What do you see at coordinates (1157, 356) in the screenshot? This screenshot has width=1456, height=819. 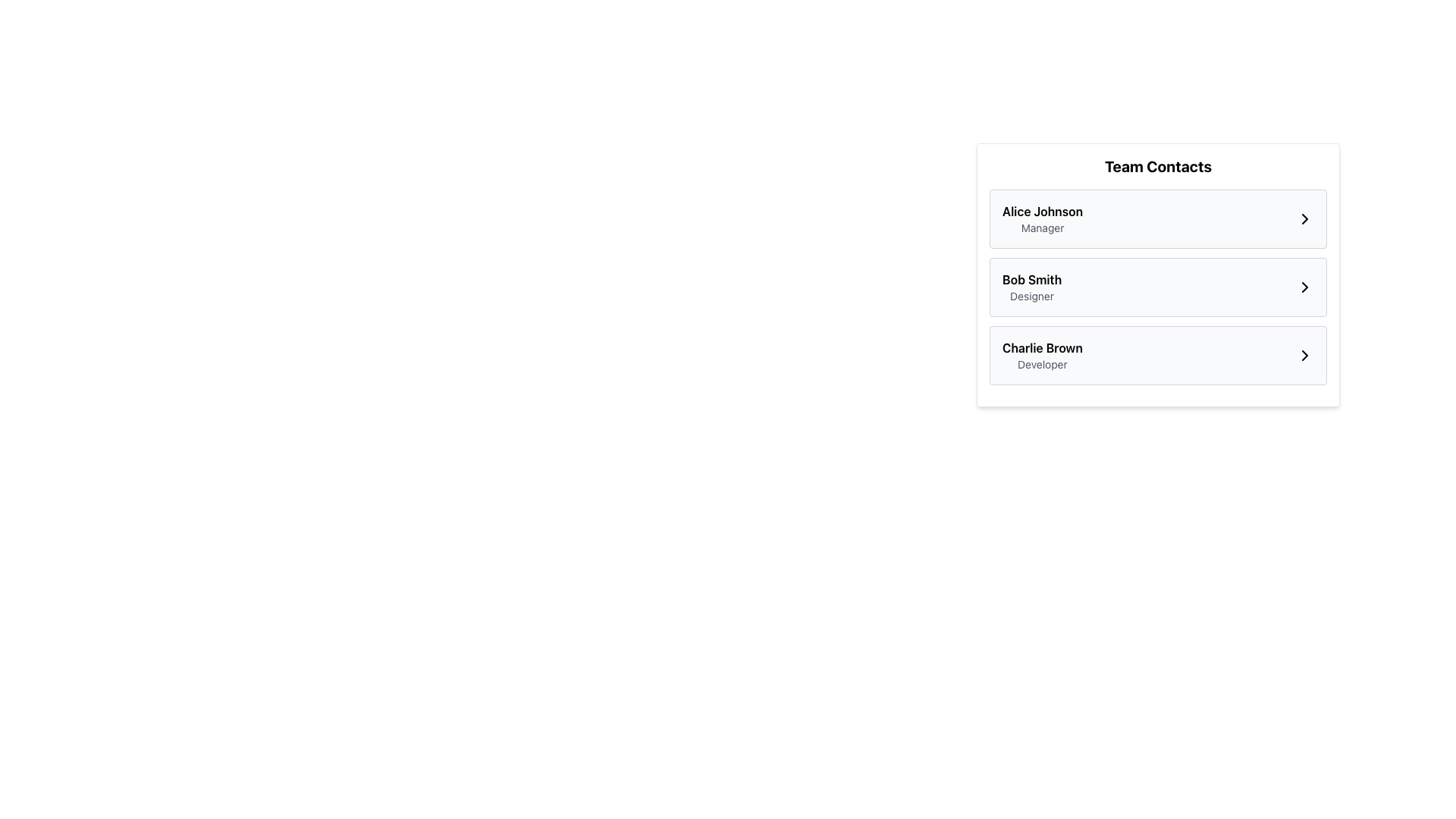 I see `the third item in the 'Team Contacts' list, which is labeled 'Charlie Brown'` at bounding box center [1157, 356].